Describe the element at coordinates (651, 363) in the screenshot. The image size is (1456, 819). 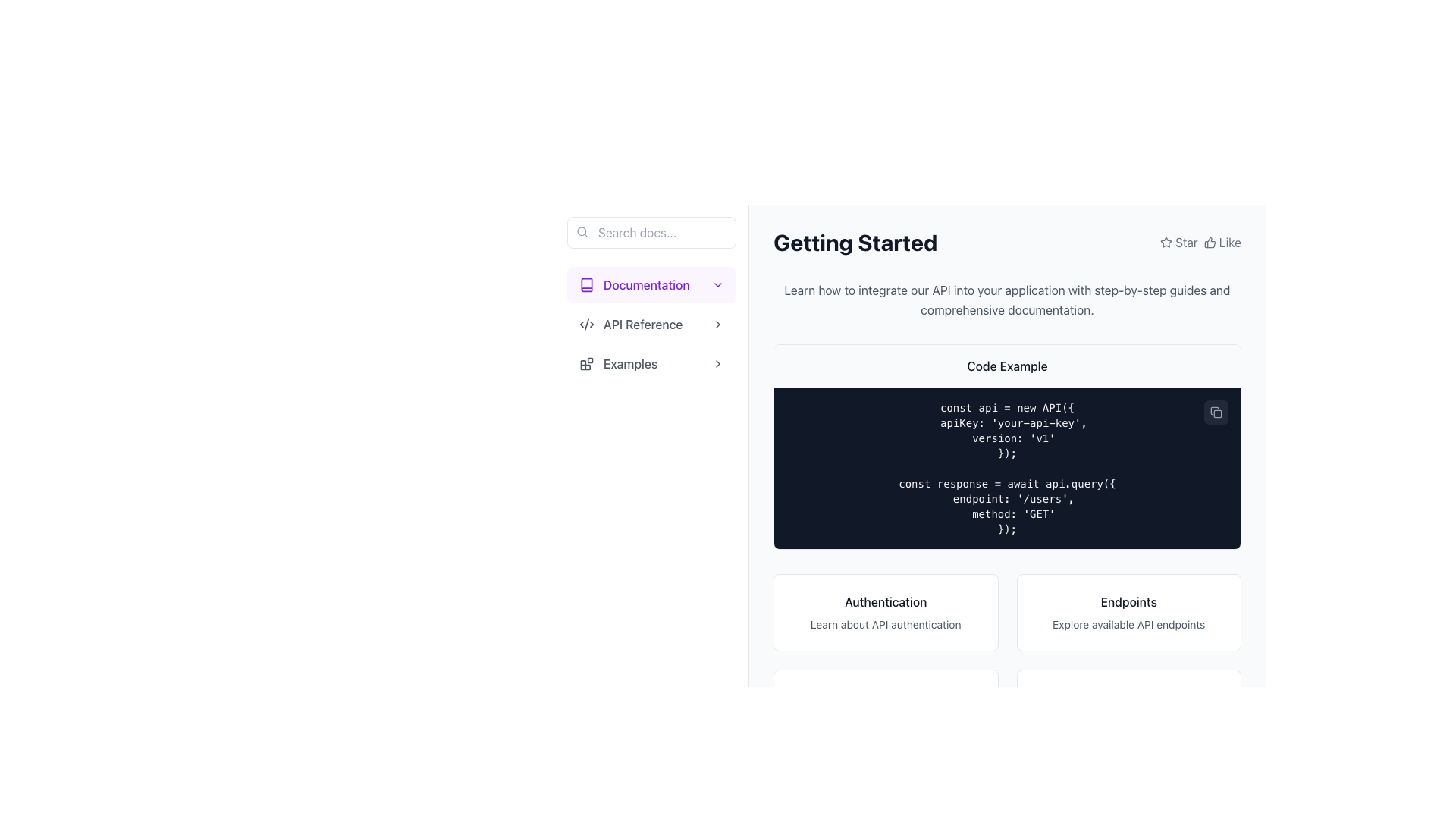
I see `the clickable menu item labeled 'Examples' in the navigation menu` at that location.